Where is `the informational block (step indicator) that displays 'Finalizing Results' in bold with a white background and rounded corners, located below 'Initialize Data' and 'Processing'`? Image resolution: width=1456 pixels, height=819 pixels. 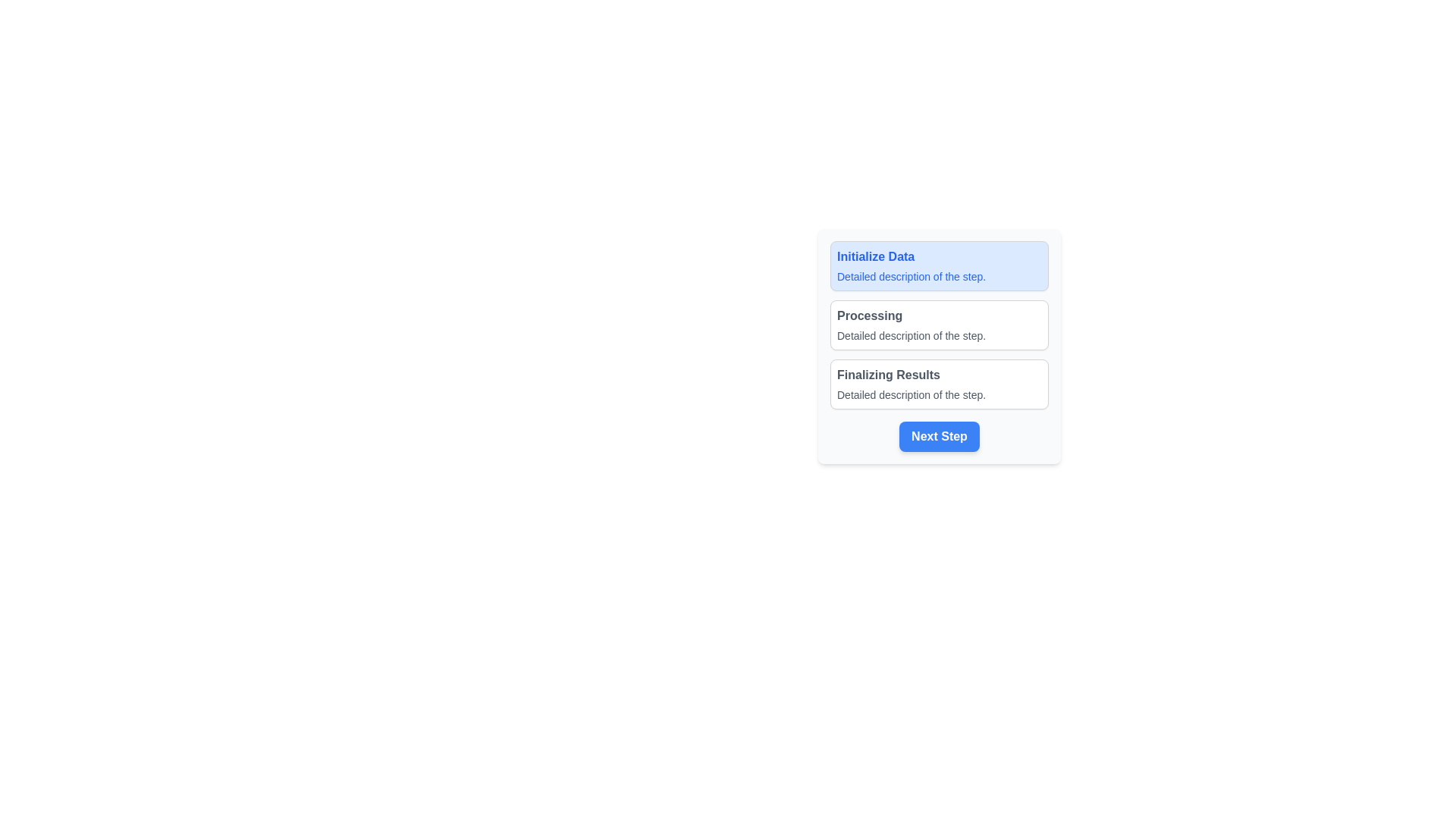
the informational block (step indicator) that displays 'Finalizing Results' in bold with a white background and rounded corners, located below 'Initialize Data' and 'Processing' is located at coordinates (938, 383).